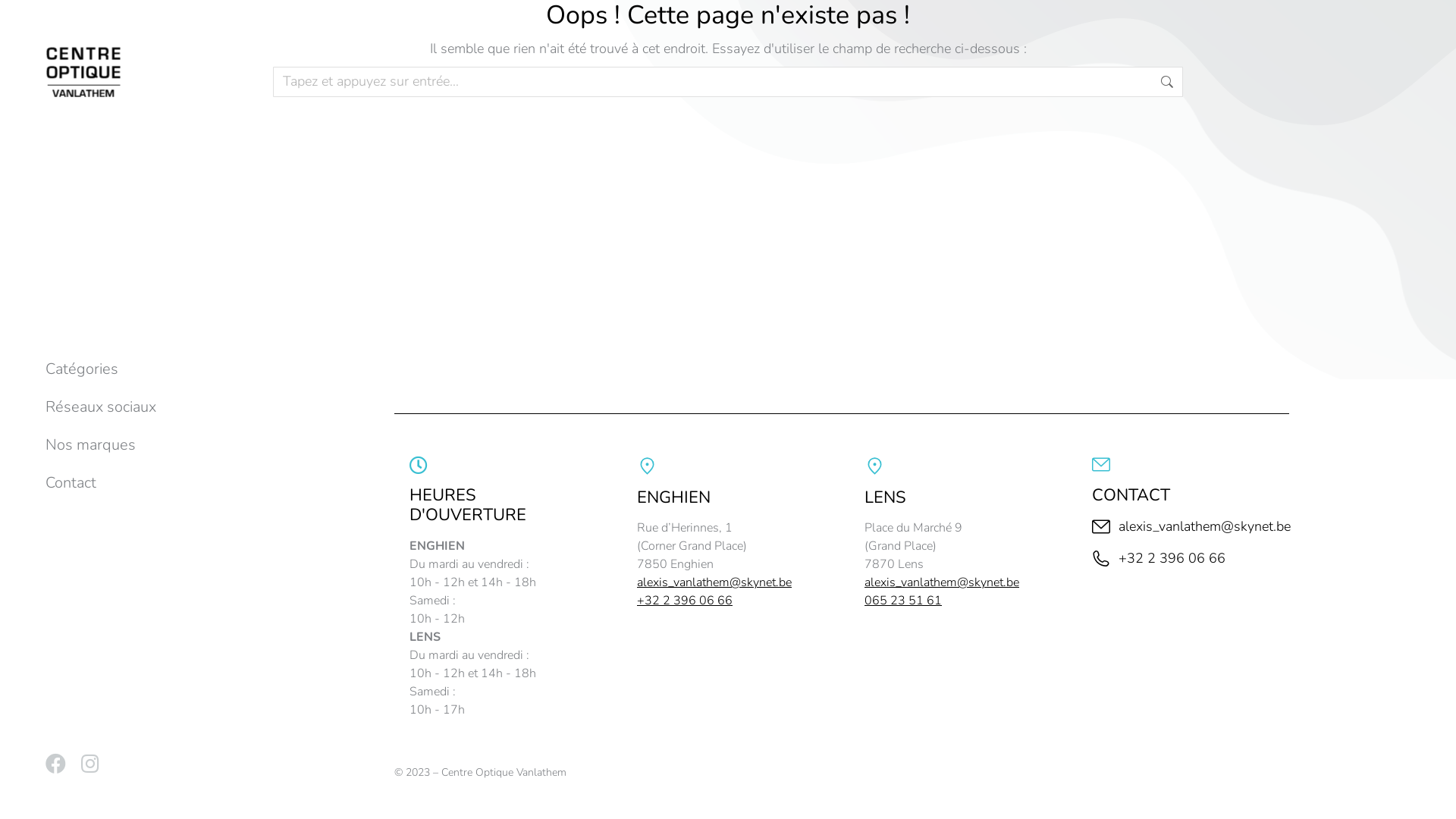  What do you see at coordinates (112, 482) in the screenshot?
I see `'Contact'` at bounding box center [112, 482].